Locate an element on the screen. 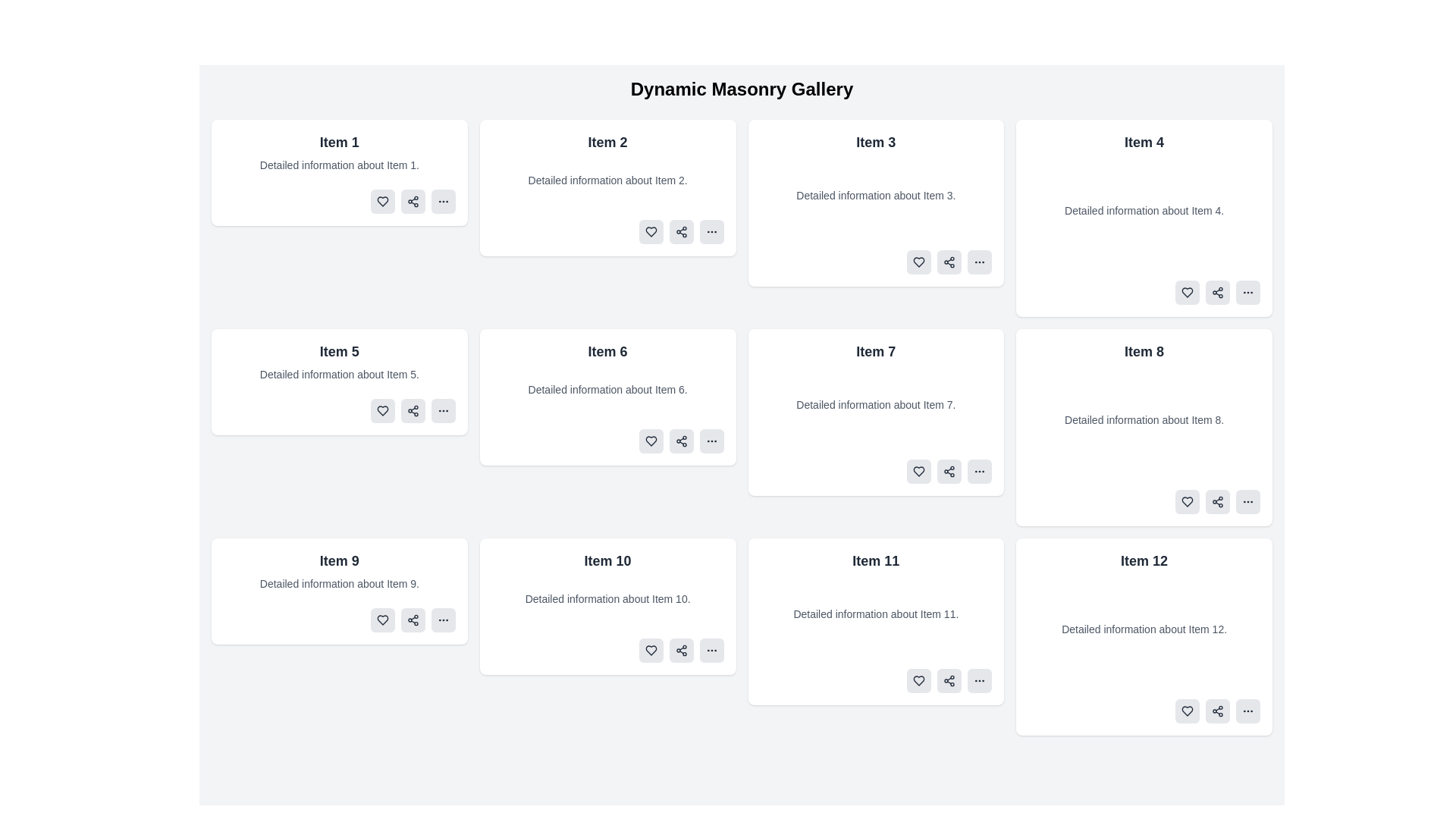 This screenshot has width=1456, height=819. the favorite button located in the lower-right area of the card labeled 'Item 6' is located at coordinates (651, 441).